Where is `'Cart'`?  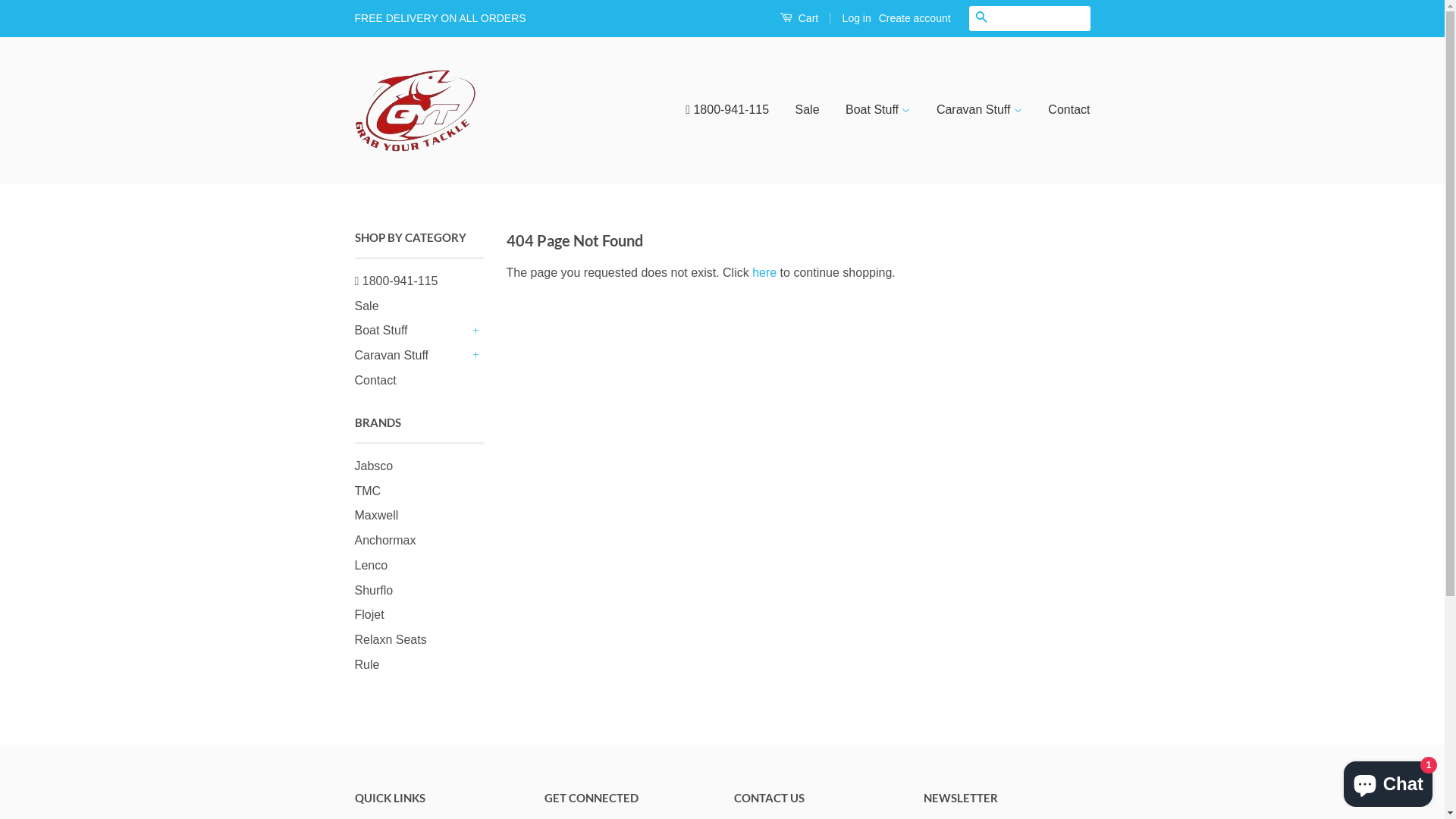
'Cart' is located at coordinates (798, 17).